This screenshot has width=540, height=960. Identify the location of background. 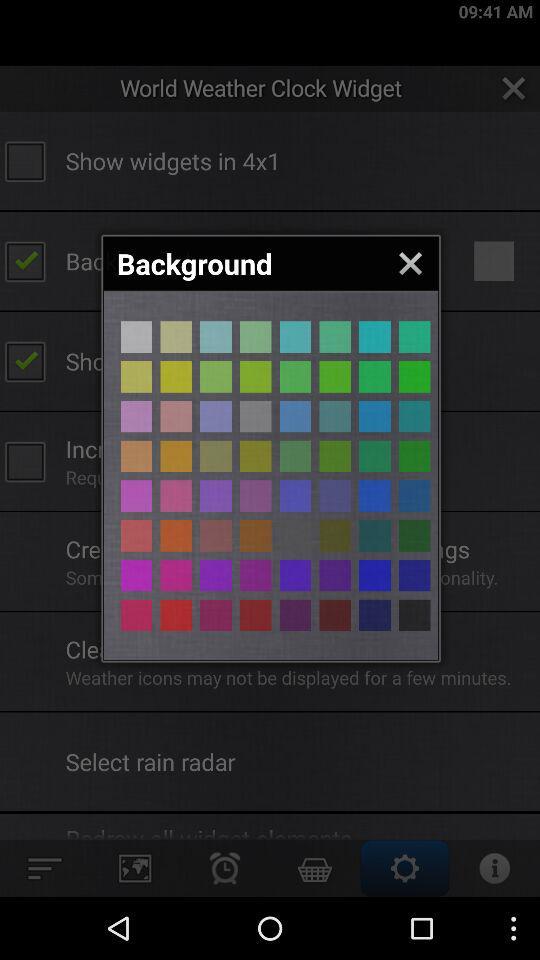
(294, 495).